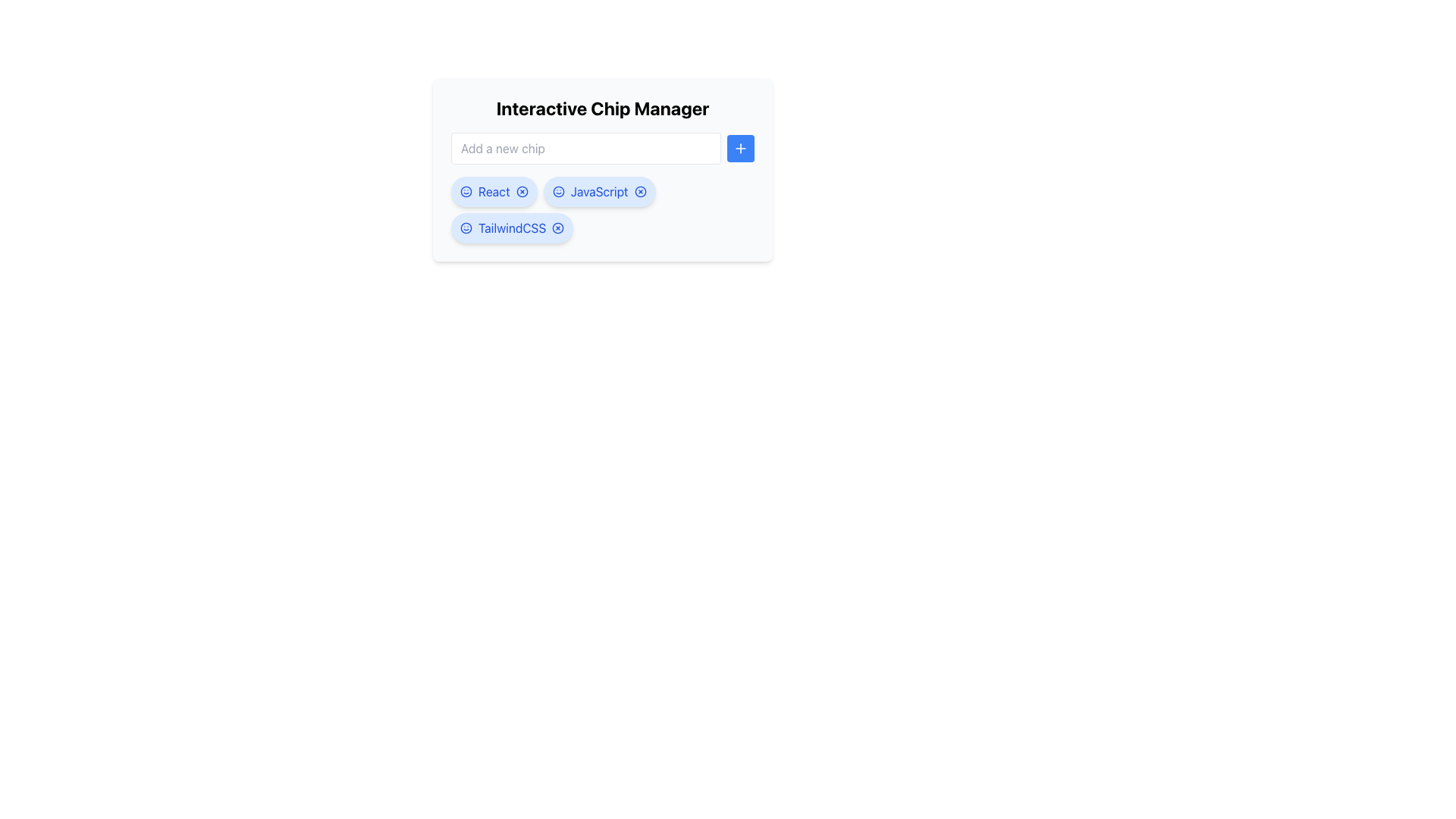  What do you see at coordinates (640, 191) in the screenshot?
I see `the circular graphic background of the close/remove icon for the 'JavaScript' chip, which is located at the right end of the chip` at bounding box center [640, 191].